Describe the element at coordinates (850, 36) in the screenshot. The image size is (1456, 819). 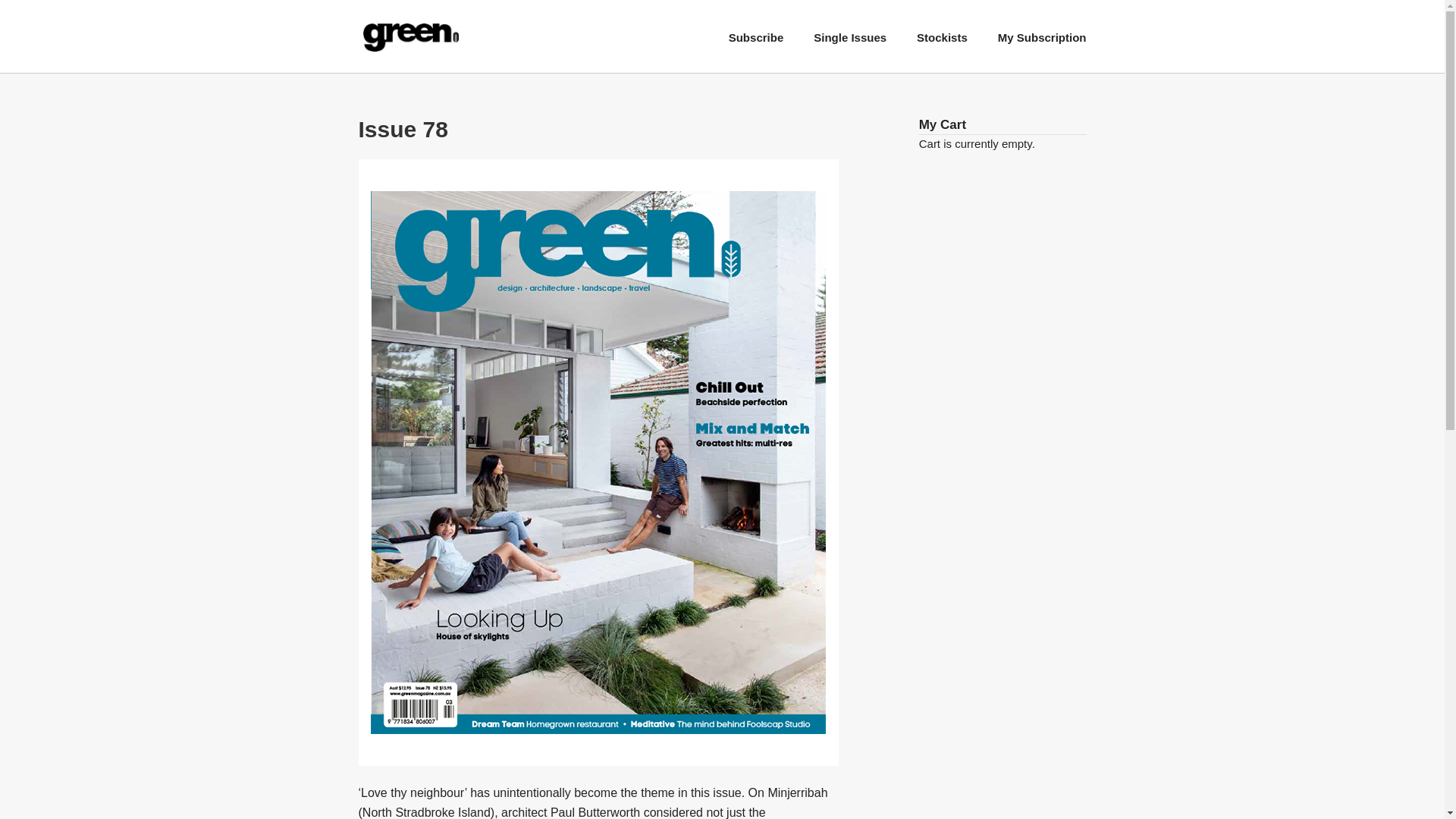
I see `'Single Issues'` at that location.